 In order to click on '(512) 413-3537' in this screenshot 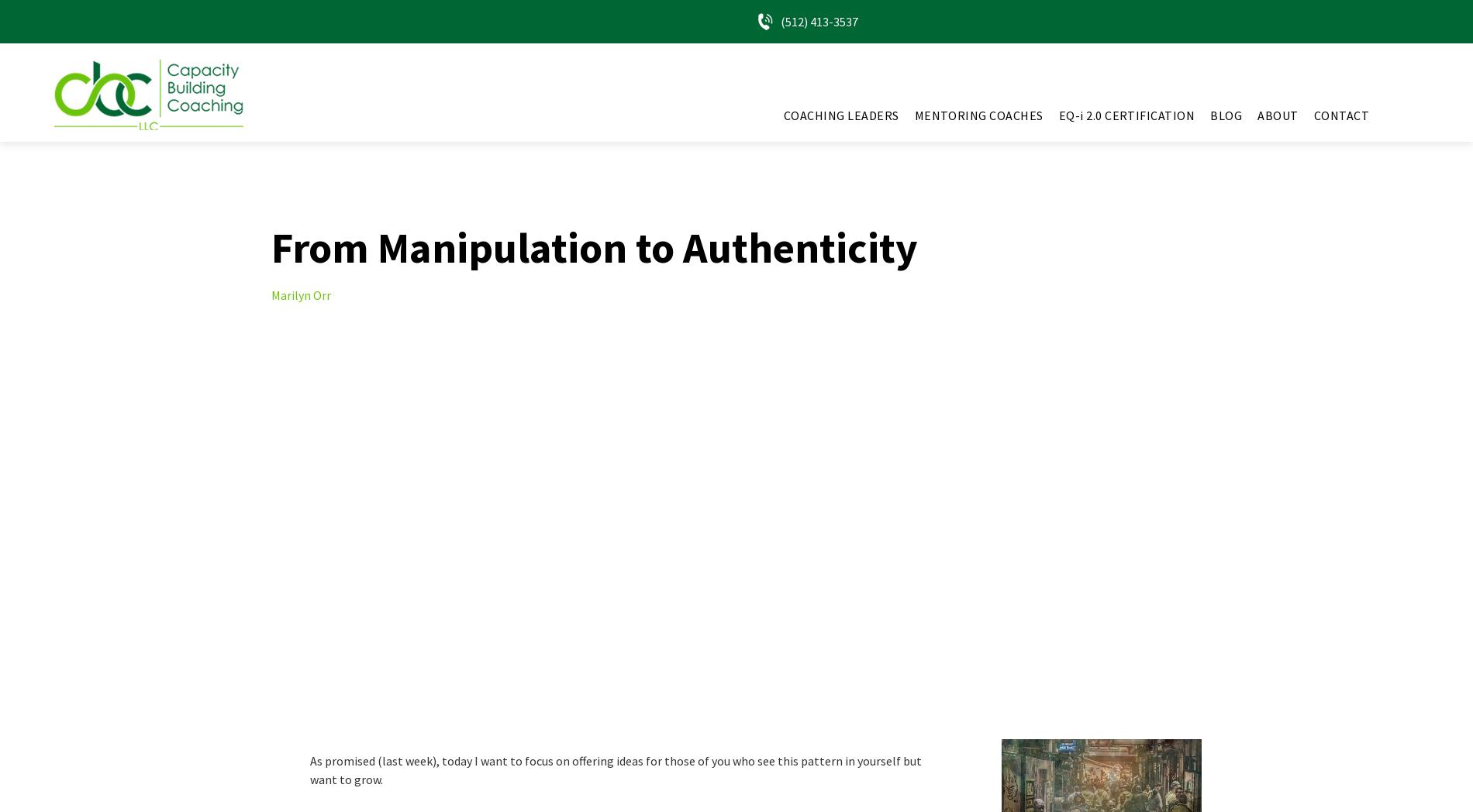, I will do `click(819, 20)`.